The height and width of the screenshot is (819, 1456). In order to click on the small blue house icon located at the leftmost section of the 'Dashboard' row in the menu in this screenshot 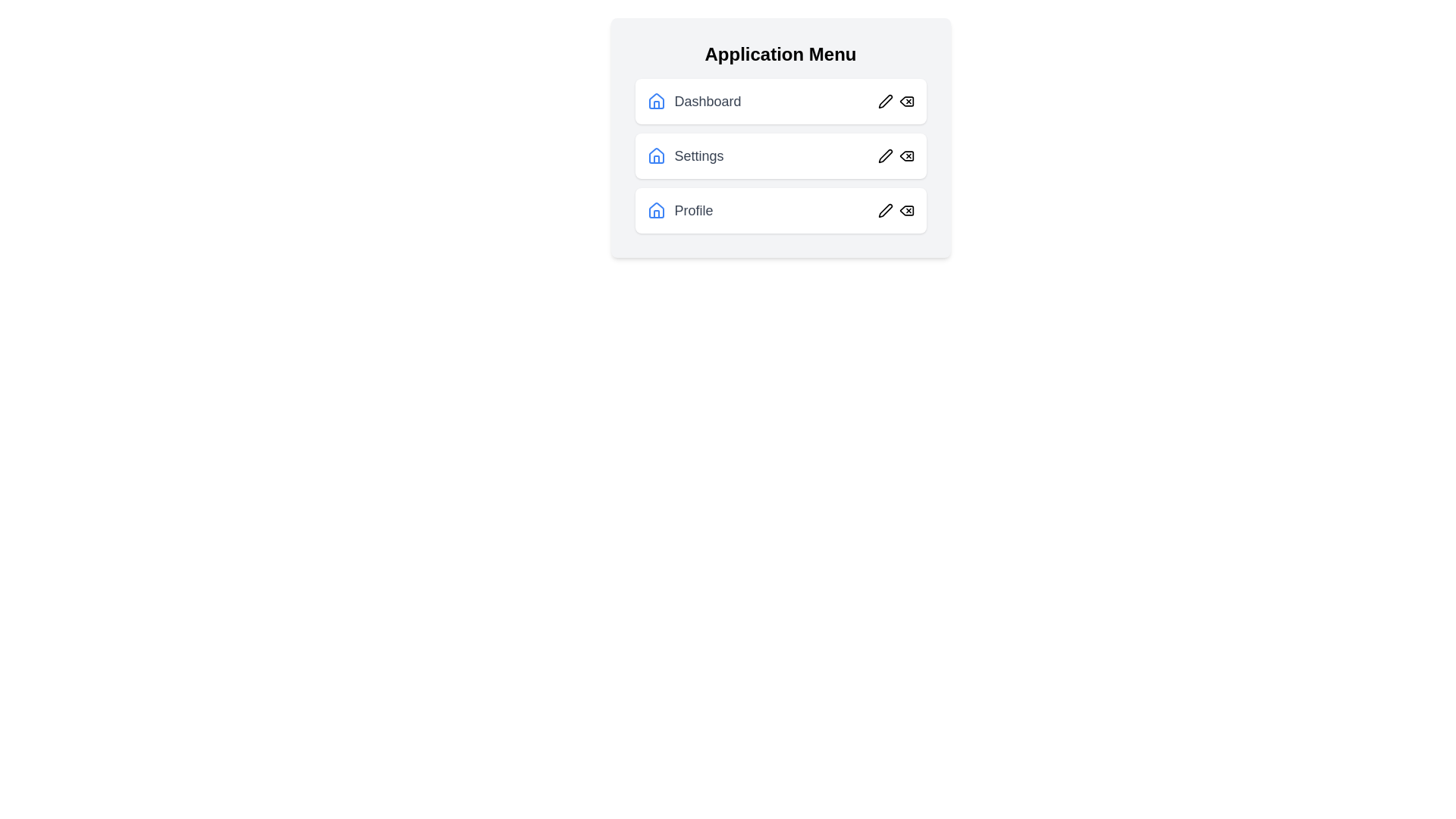, I will do `click(656, 102)`.